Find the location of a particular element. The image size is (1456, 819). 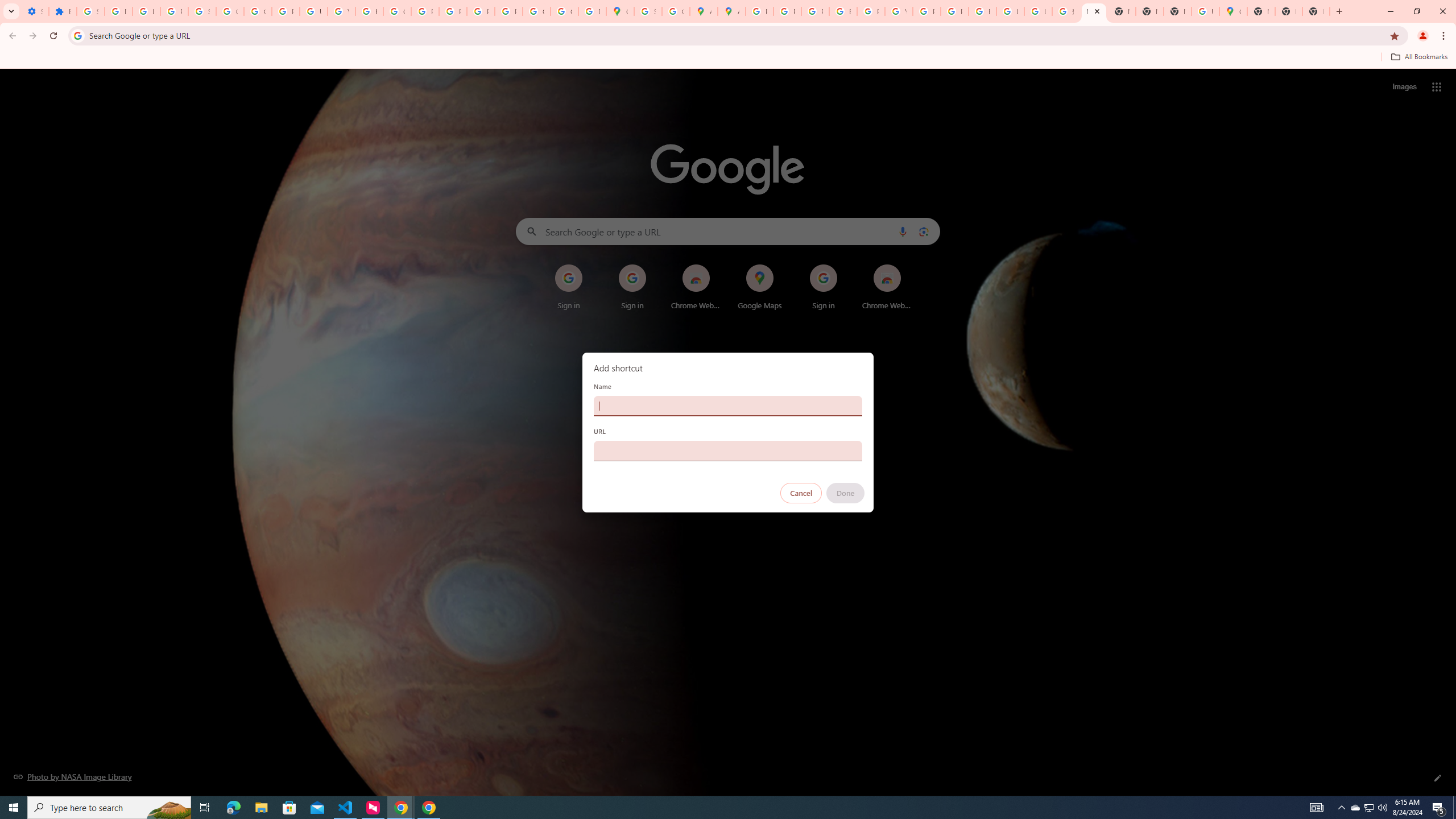

'New Tab' is located at coordinates (1288, 11).